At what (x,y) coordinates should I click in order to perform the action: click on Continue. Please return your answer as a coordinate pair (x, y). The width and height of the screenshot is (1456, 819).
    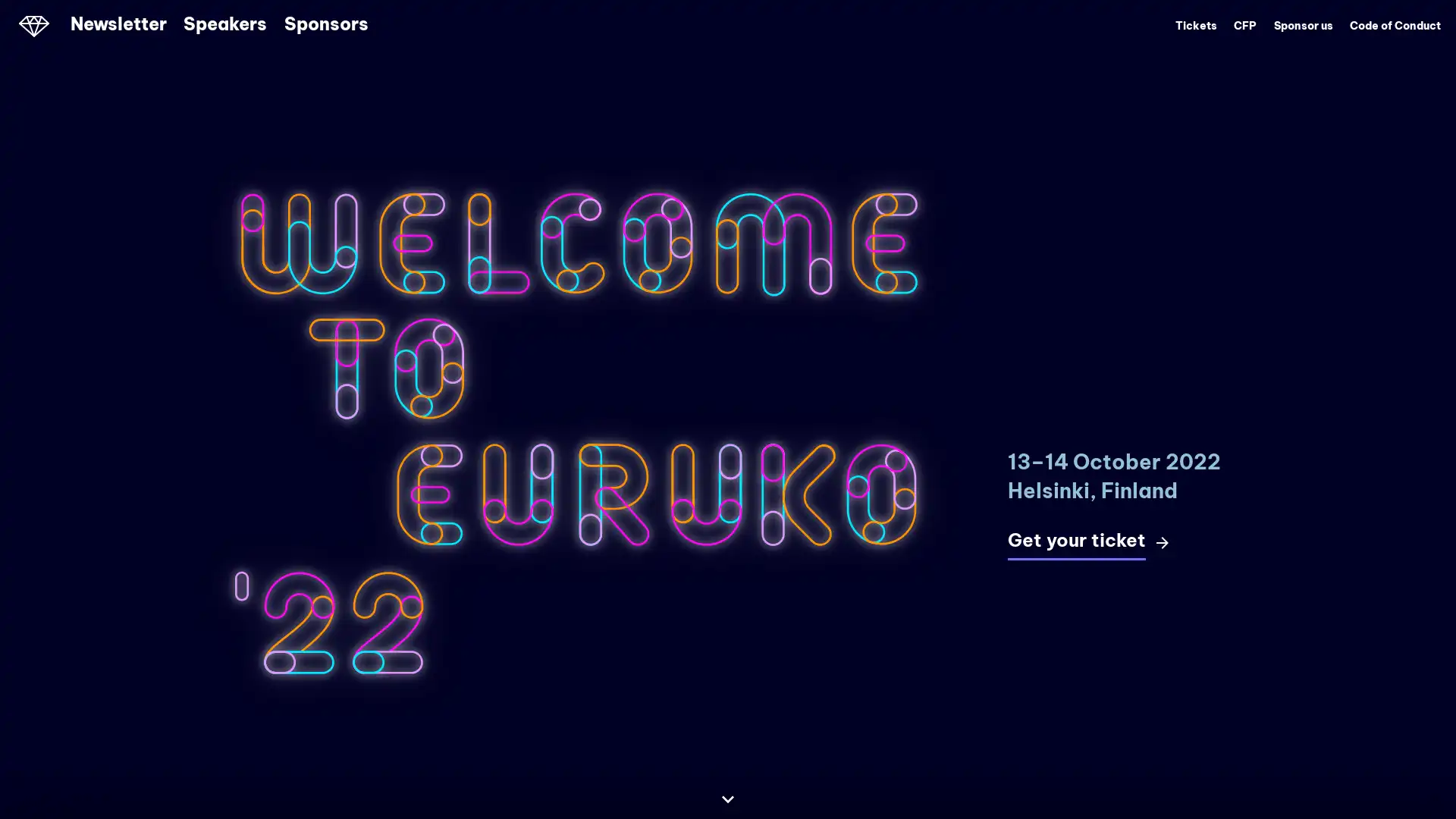
    Looking at the image, I should click on (728, 798).